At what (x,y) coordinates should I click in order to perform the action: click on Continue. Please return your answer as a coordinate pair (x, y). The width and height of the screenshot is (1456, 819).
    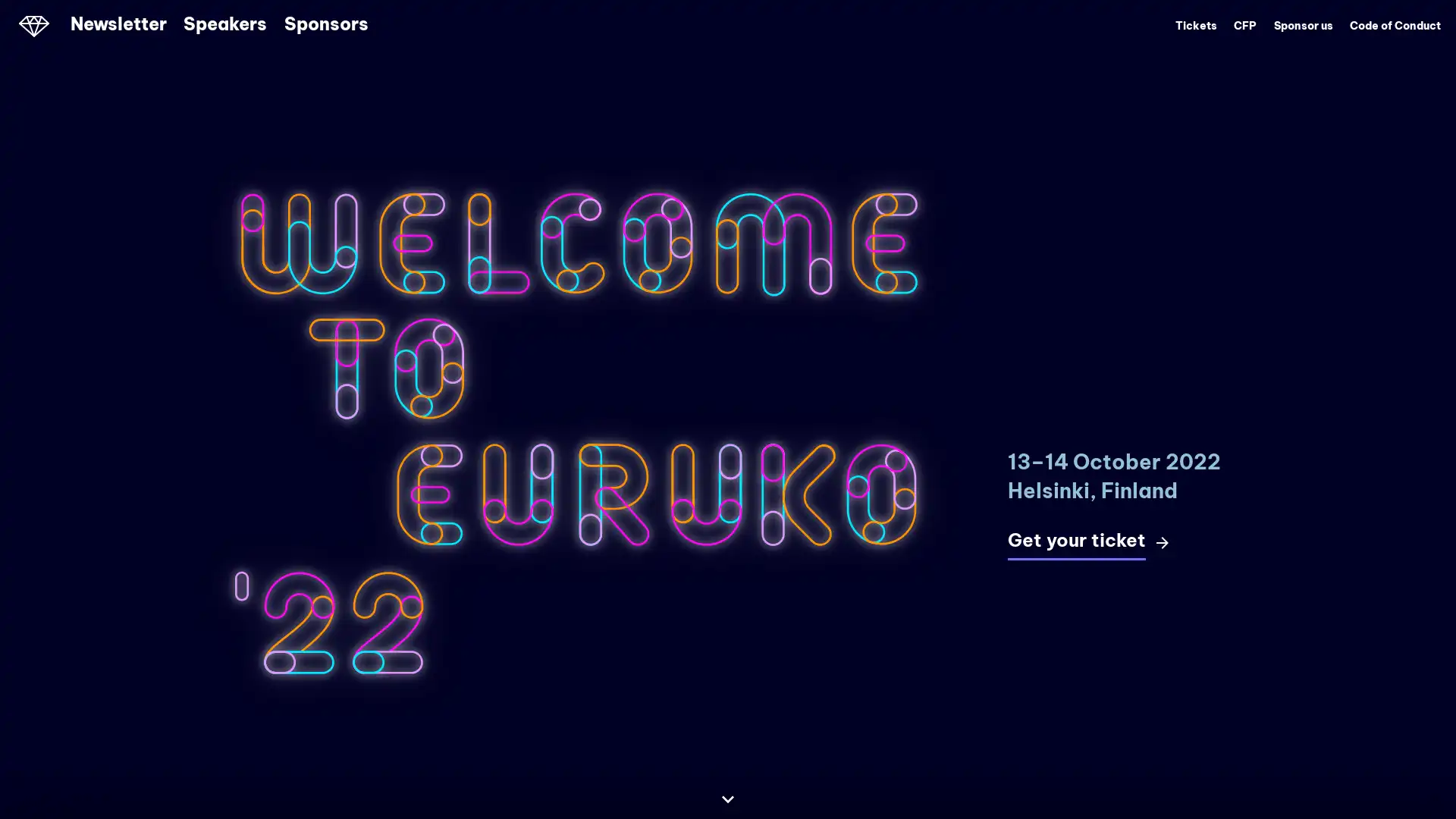
    Looking at the image, I should click on (728, 798).